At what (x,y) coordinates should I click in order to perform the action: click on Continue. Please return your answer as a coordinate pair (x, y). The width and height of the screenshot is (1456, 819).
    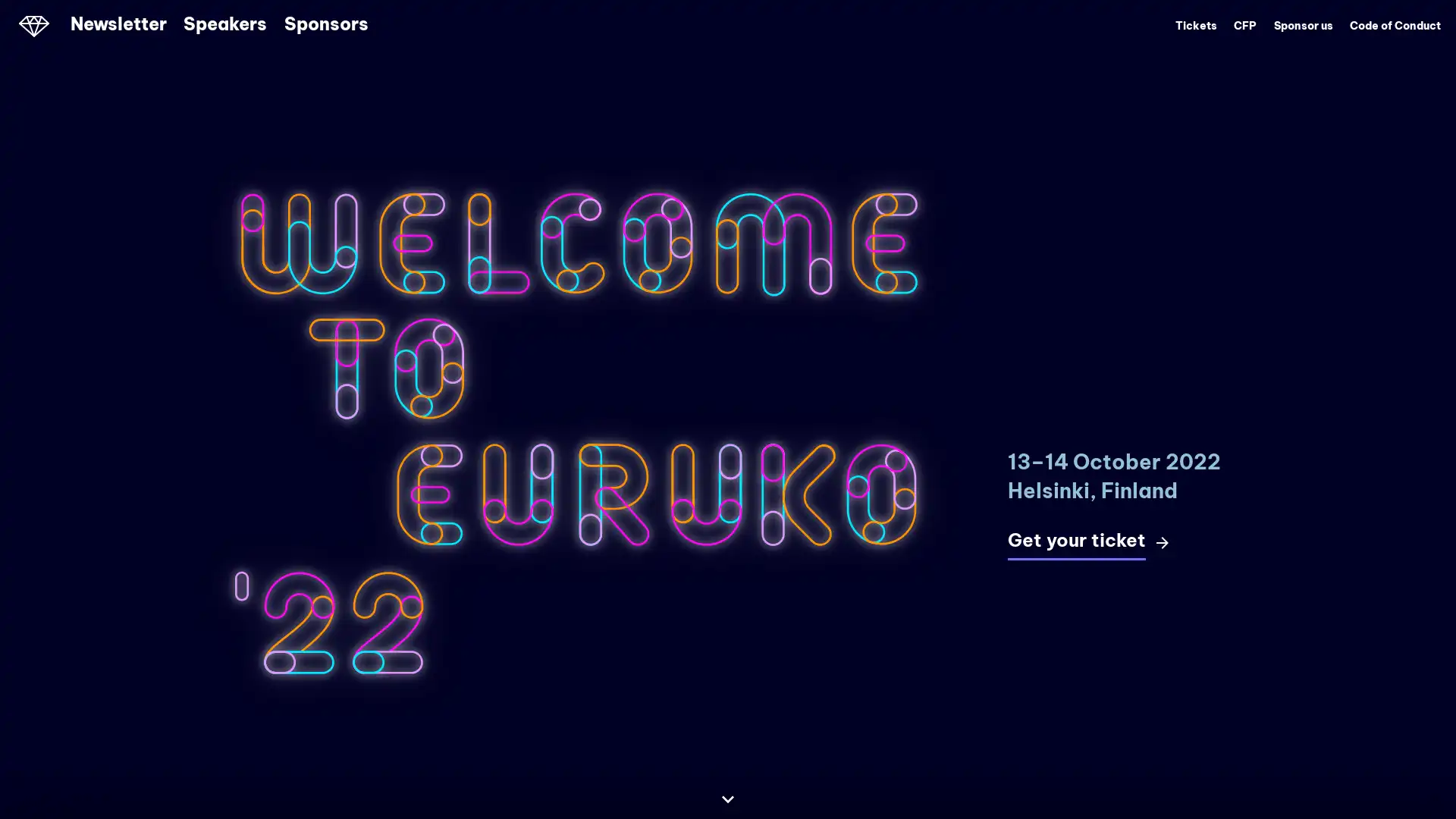
    Looking at the image, I should click on (728, 798).